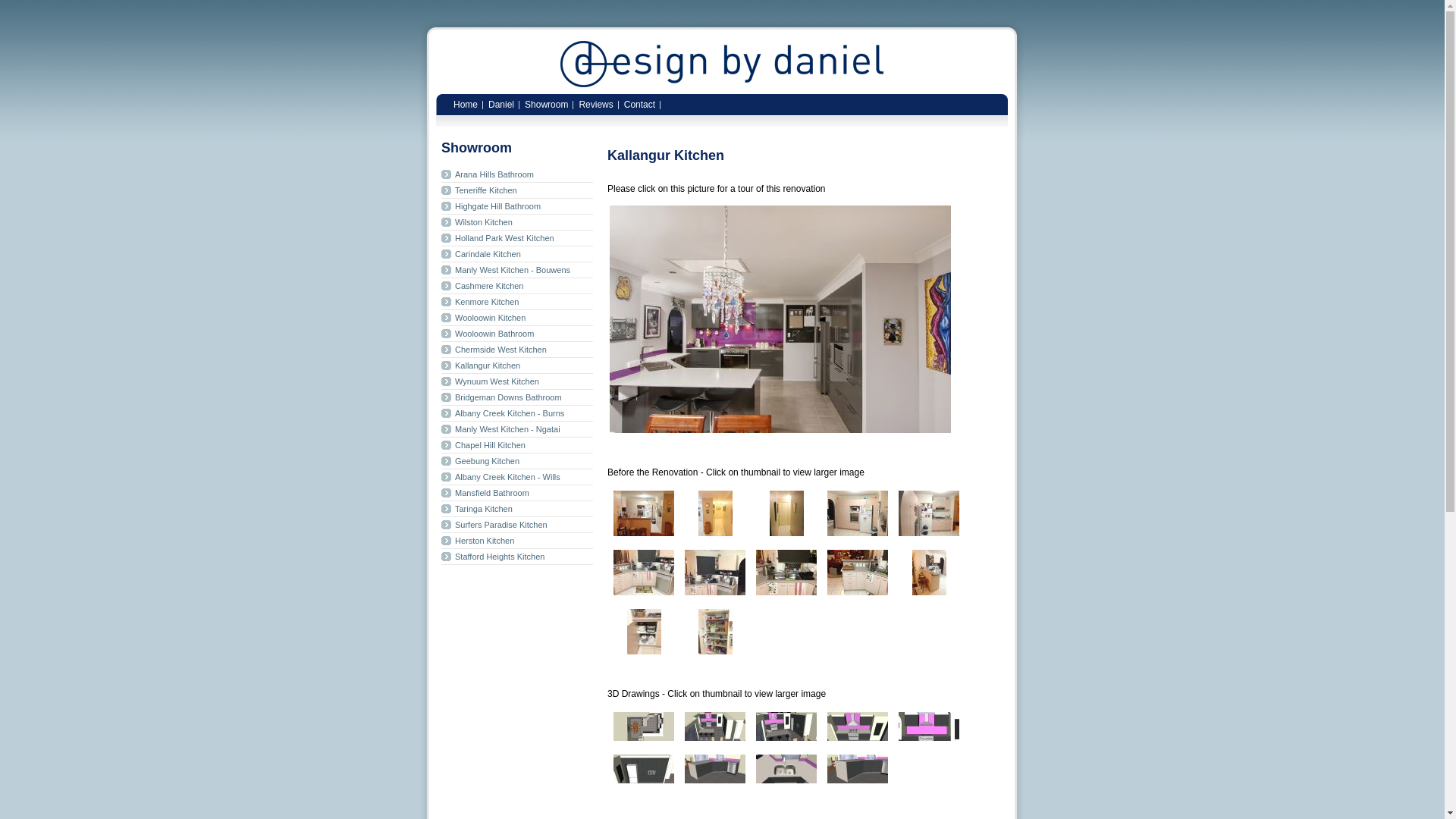 Image resolution: width=1456 pixels, height=819 pixels. I want to click on 'Arana Hills Bathroom', so click(516, 174).